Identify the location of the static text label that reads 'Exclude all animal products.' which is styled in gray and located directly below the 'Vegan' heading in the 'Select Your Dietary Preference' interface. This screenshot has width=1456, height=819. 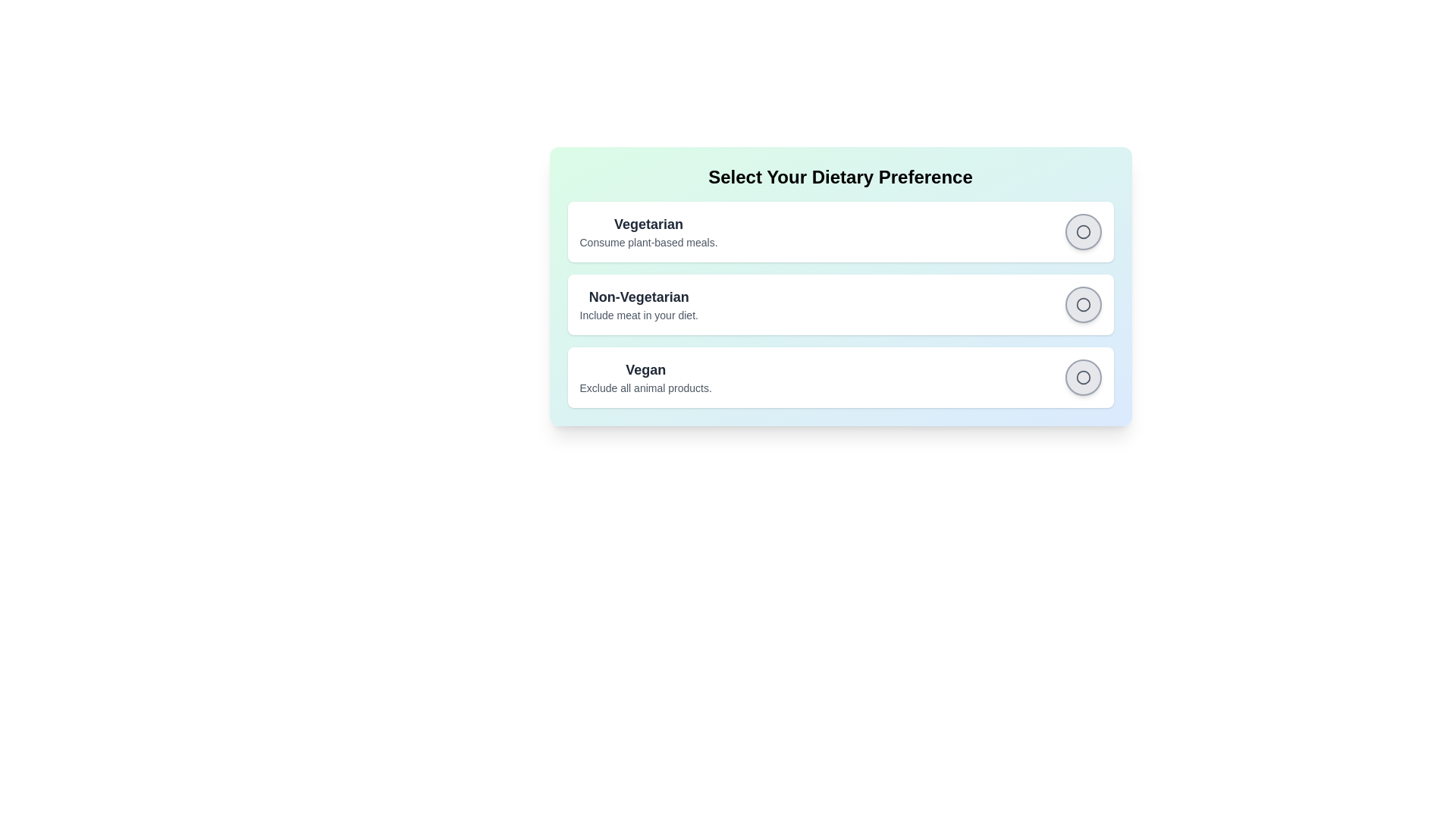
(645, 388).